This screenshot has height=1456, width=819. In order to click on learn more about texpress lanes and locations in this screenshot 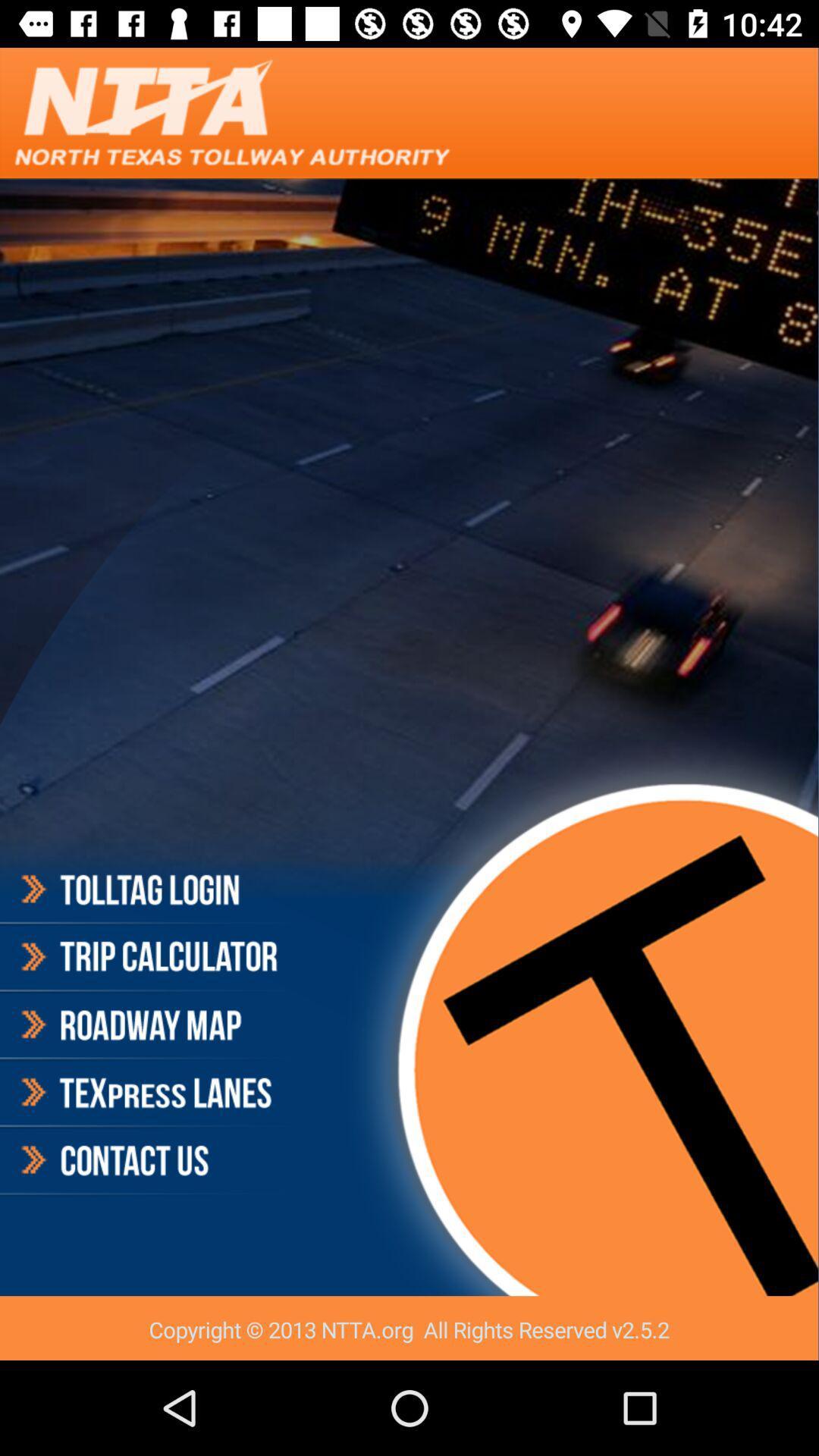, I will do `click(147, 1093)`.